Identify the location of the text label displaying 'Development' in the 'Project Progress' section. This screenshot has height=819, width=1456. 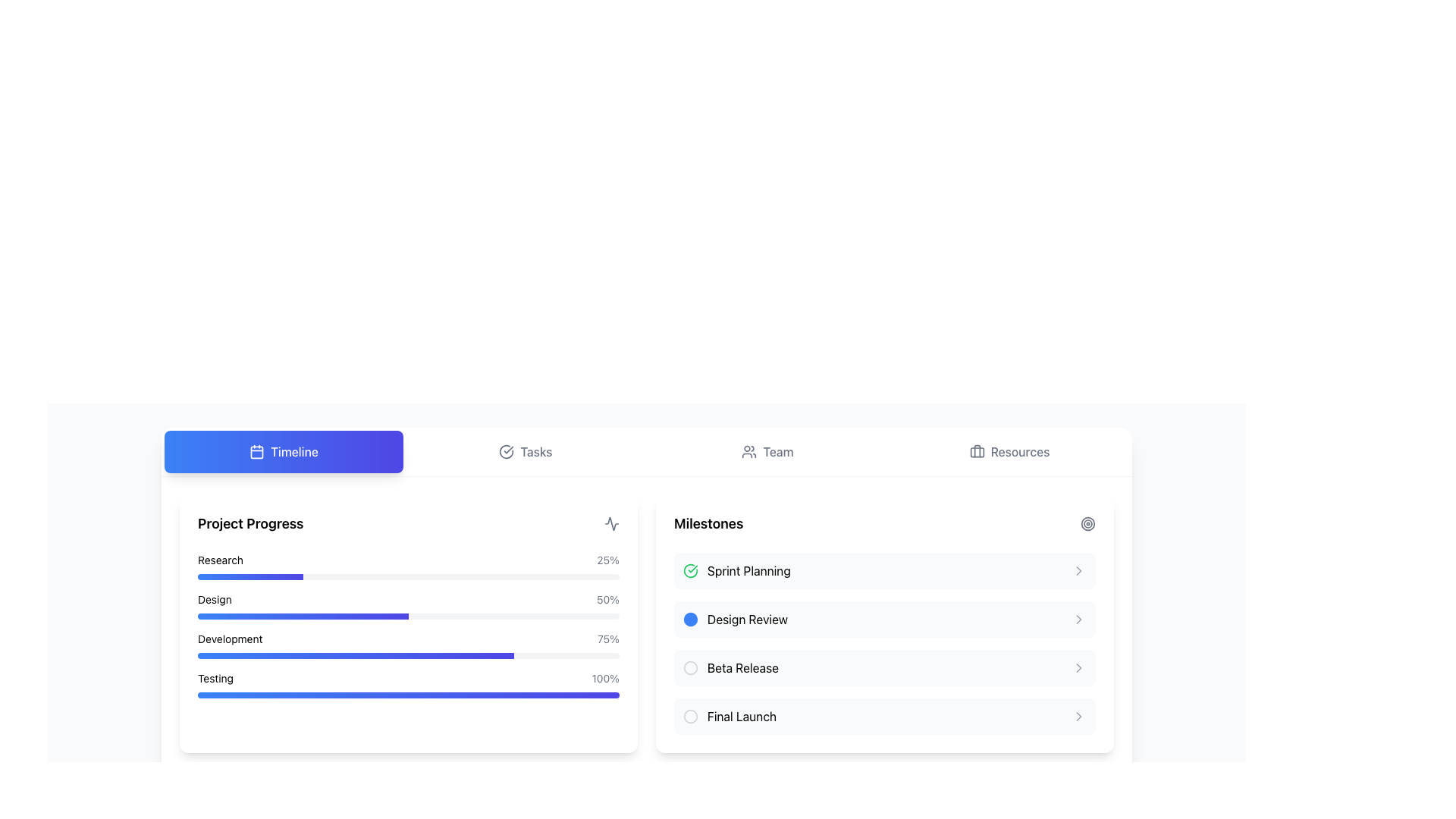
(229, 639).